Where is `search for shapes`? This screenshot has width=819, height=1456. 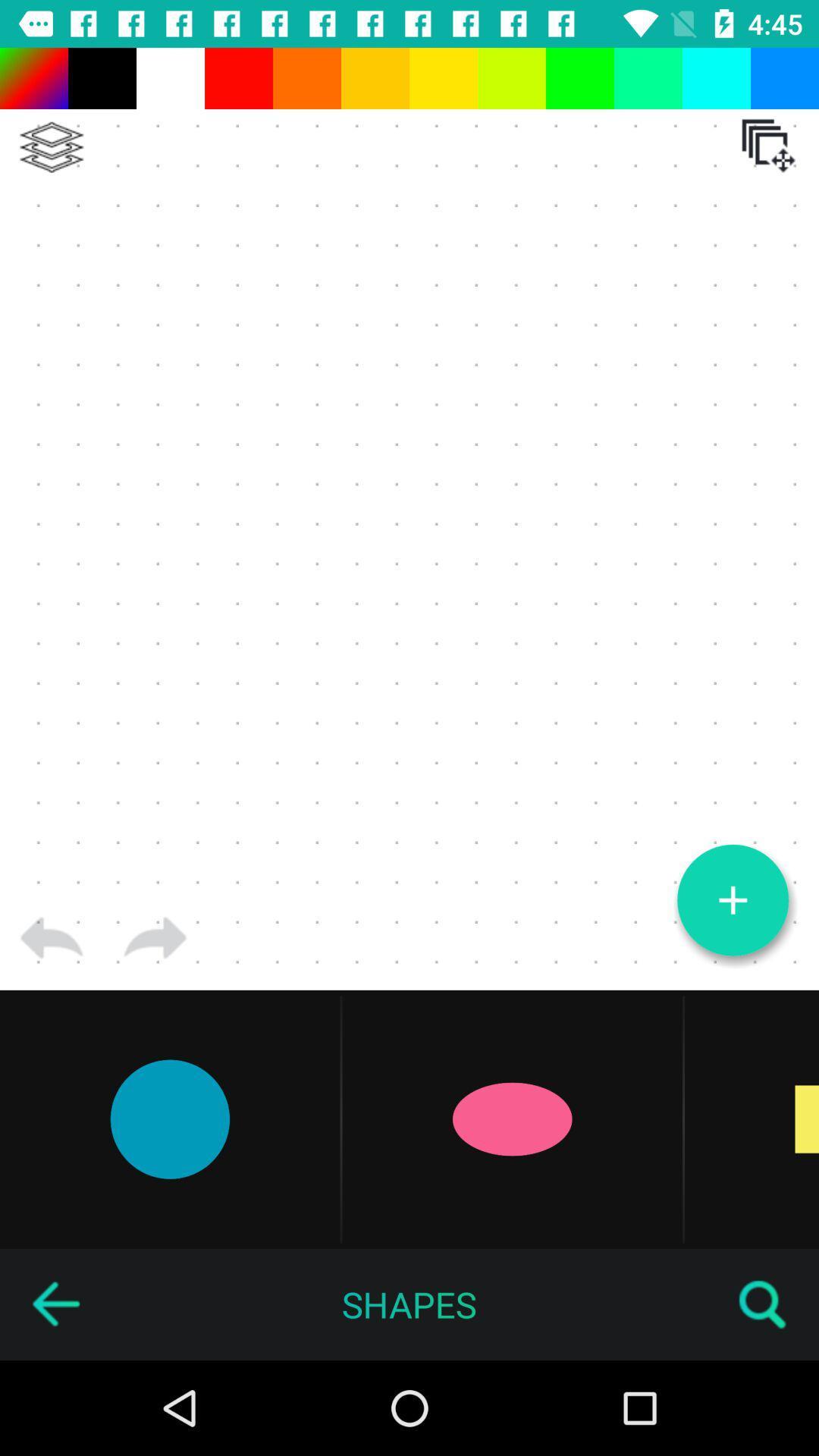 search for shapes is located at coordinates (763, 1304).